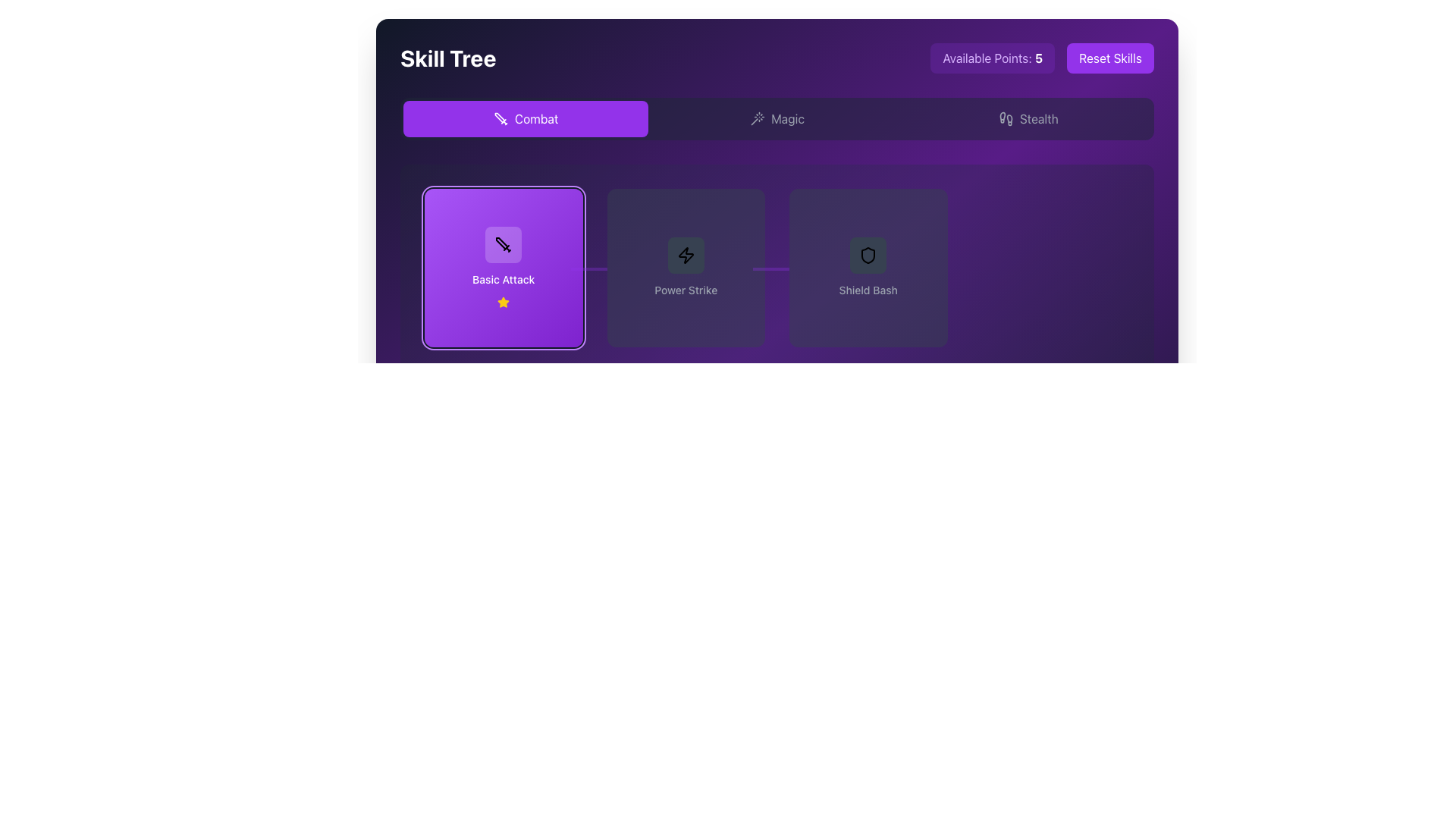  Describe the element at coordinates (588, 268) in the screenshot. I see `the Decorative Line that visually connects the 'Basic Attack' and 'Power Strike' skill cards in the skill tree interface` at that location.